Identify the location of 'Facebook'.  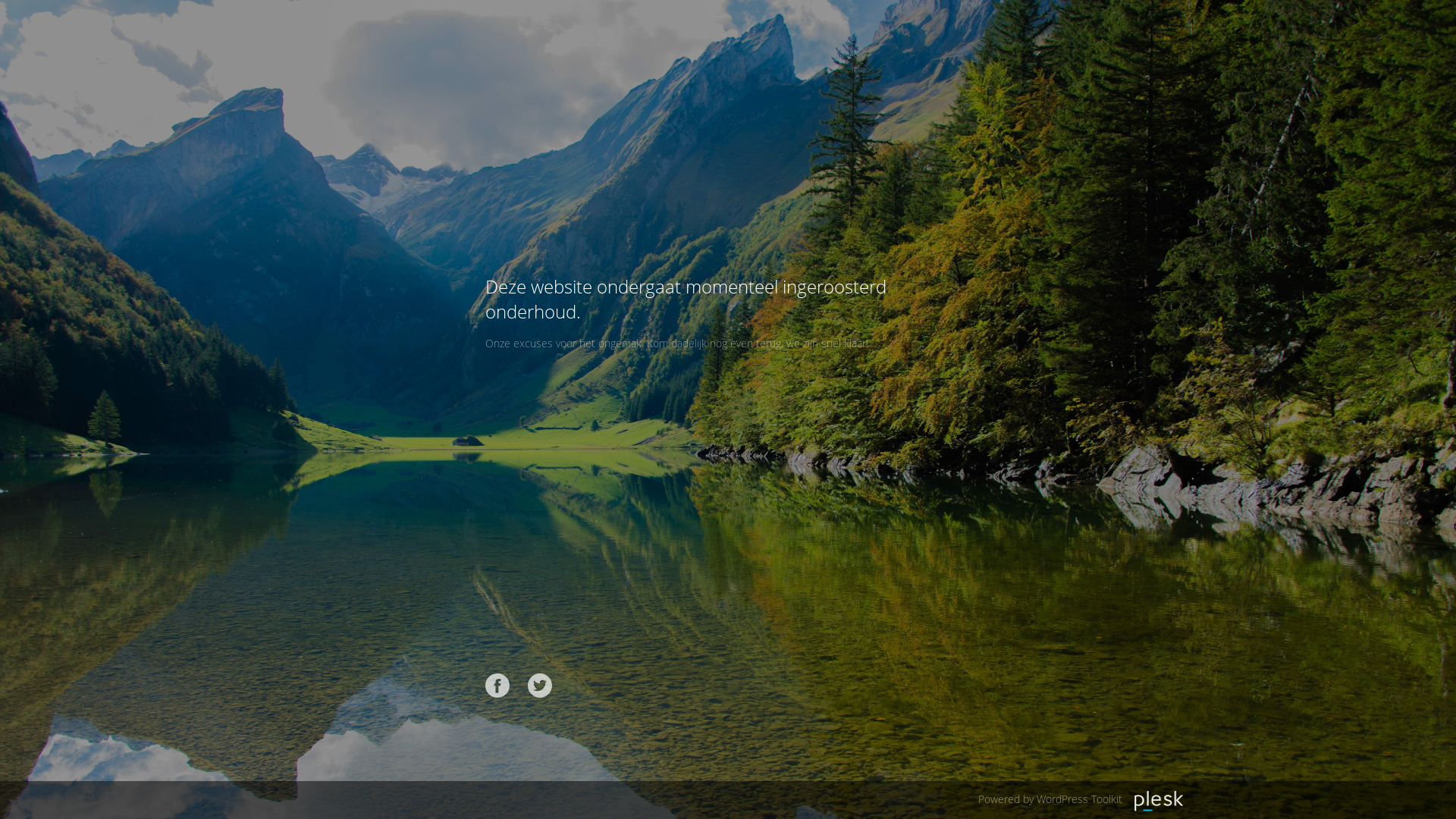
(497, 685).